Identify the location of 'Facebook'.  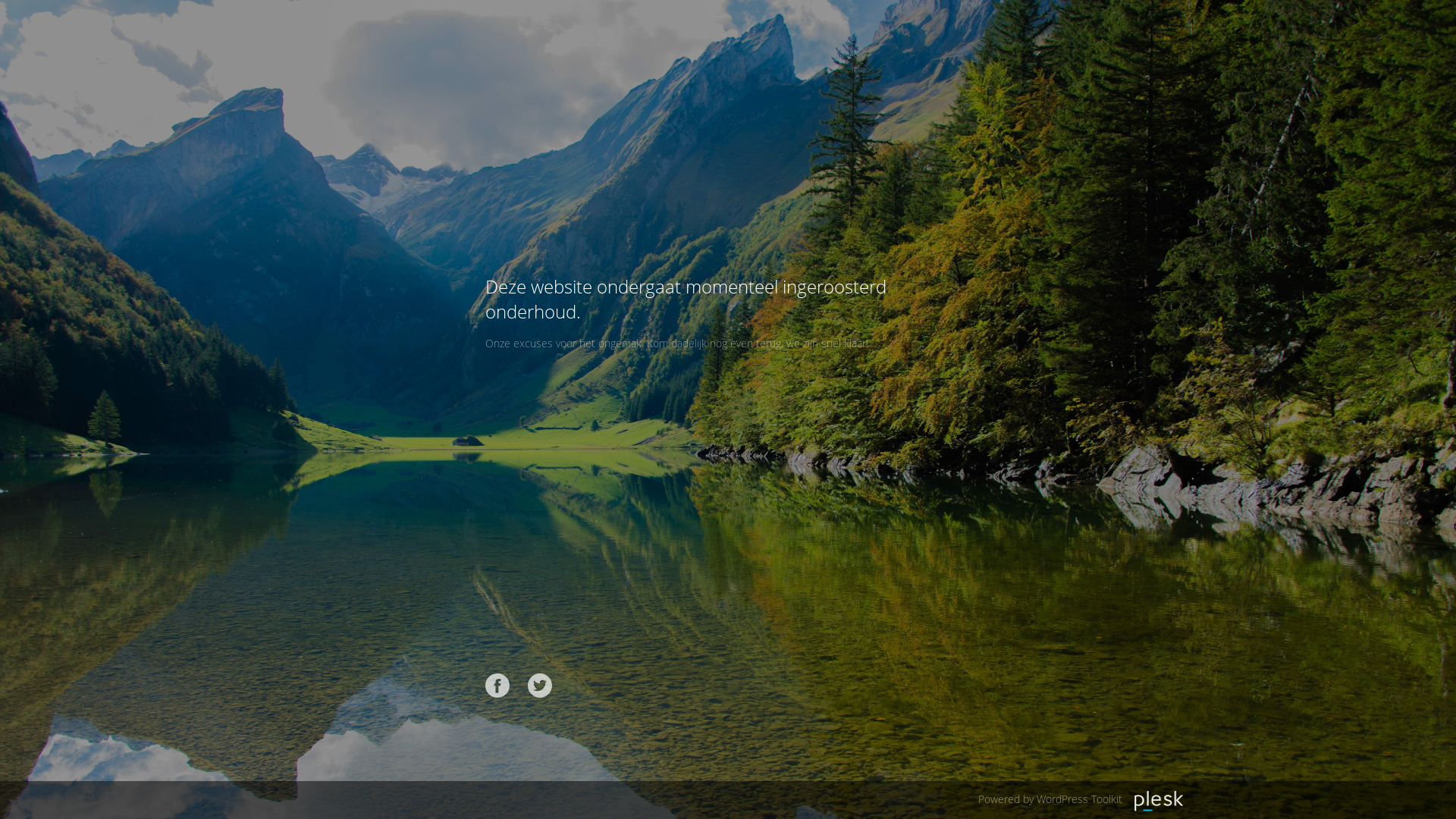
(497, 685).